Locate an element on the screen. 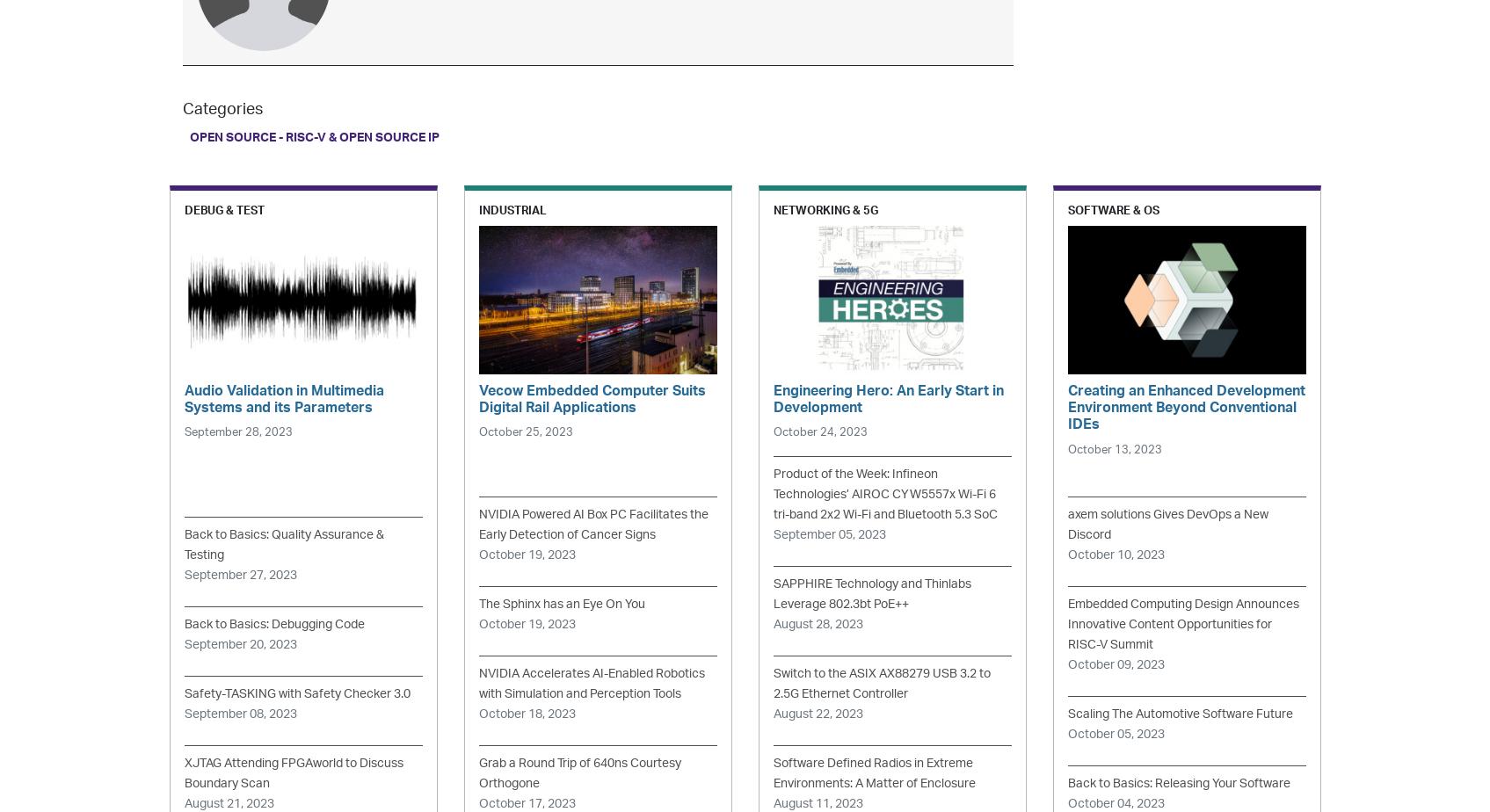 This screenshot has height=812, width=1490. 'October 10, 2023' is located at coordinates (1115, 555).